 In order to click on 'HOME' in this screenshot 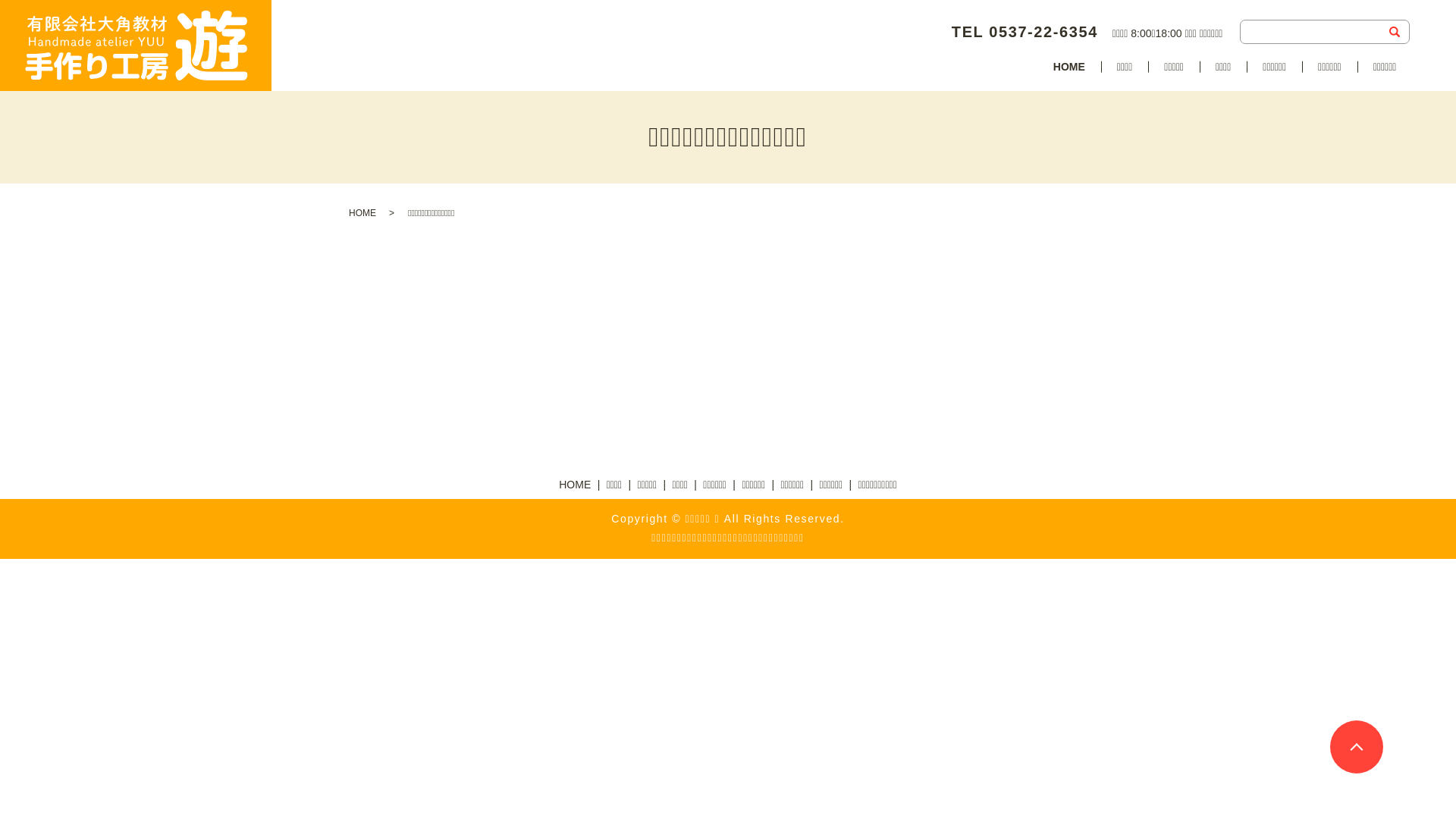, I will do `click(362, 213)`.